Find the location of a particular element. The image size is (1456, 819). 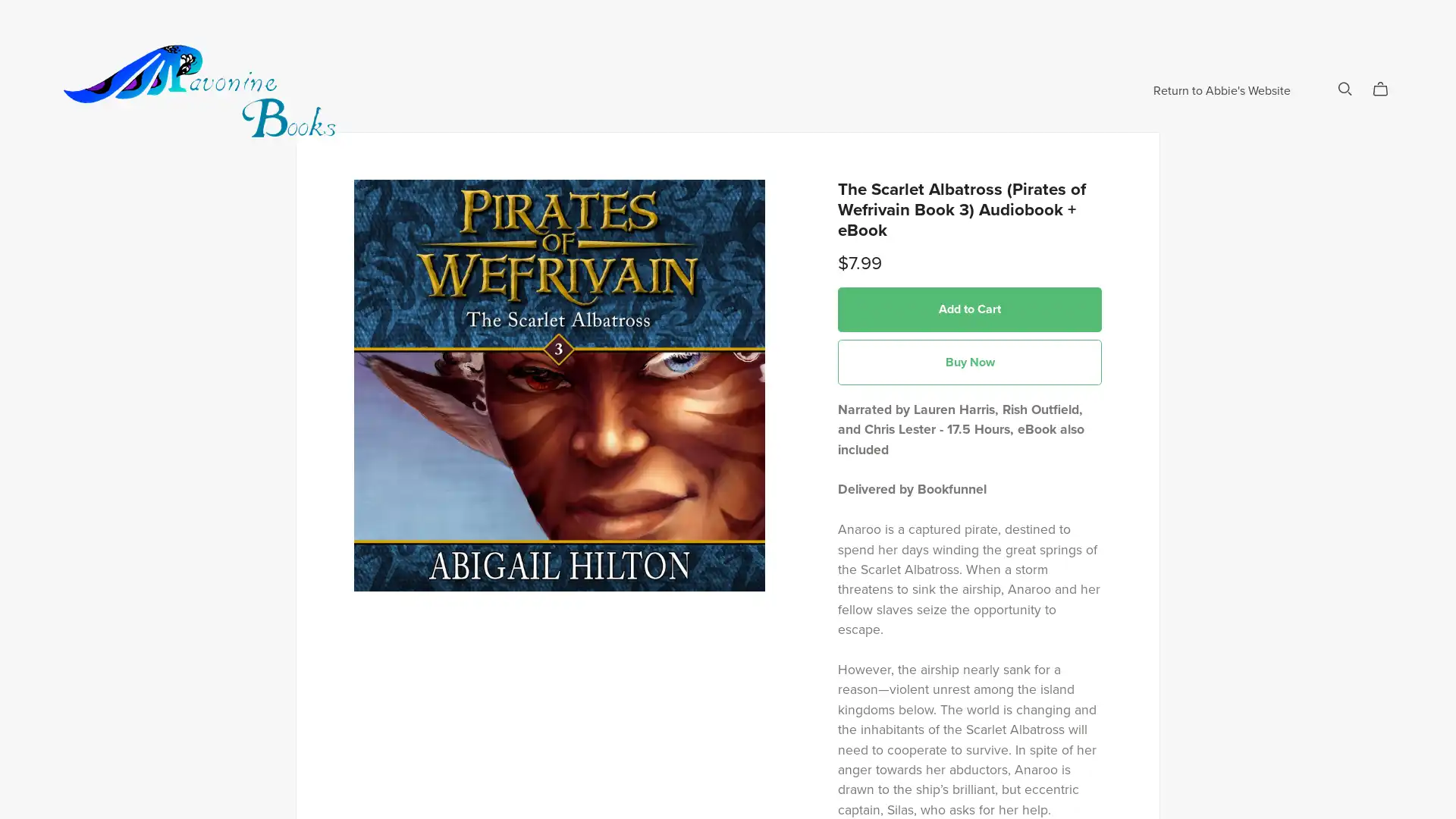

Add to Cart is located at coordinates (968, 359).